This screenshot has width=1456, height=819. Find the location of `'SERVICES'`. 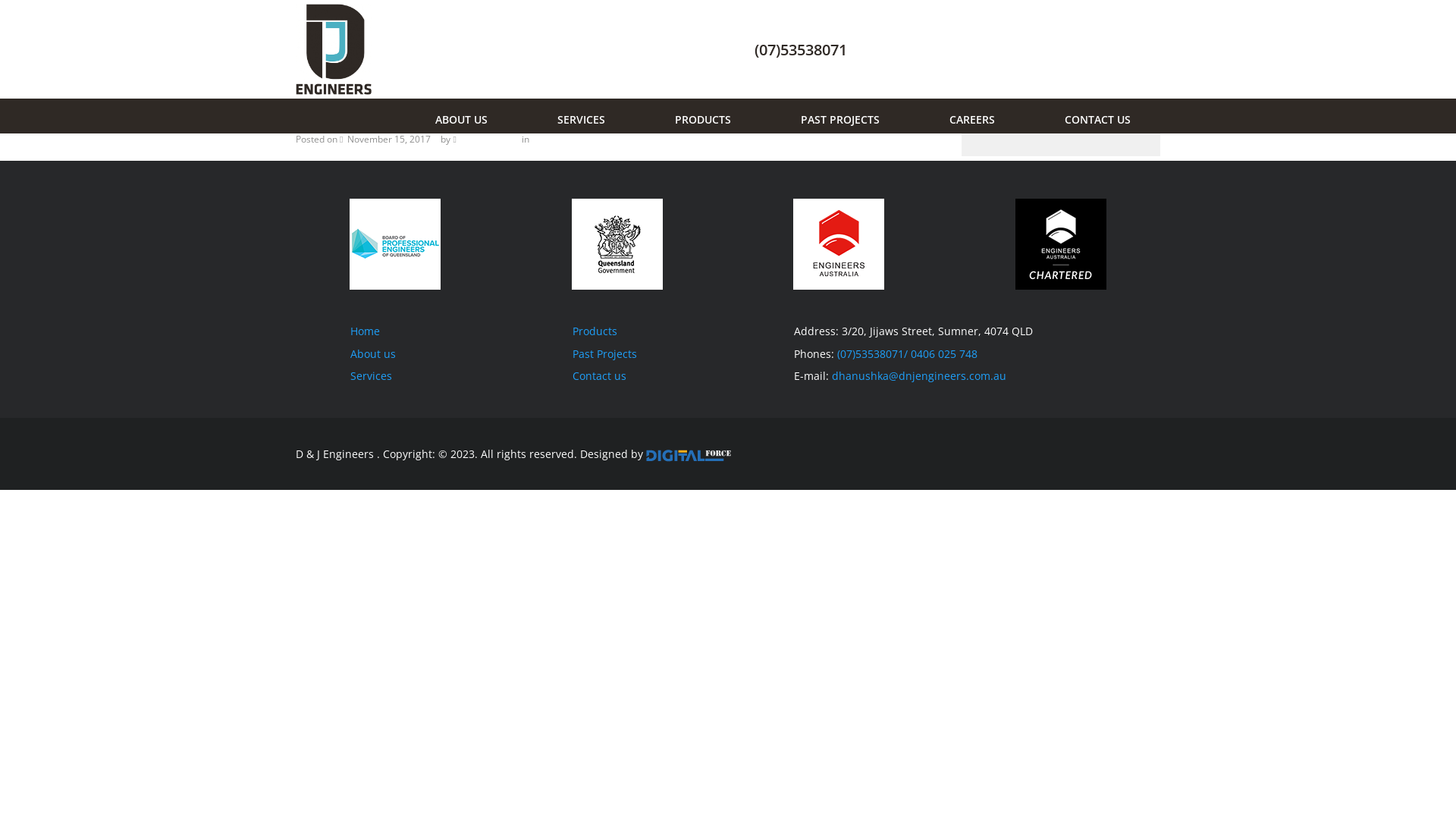

'SERVICES' is located at coordinates (548, 115).